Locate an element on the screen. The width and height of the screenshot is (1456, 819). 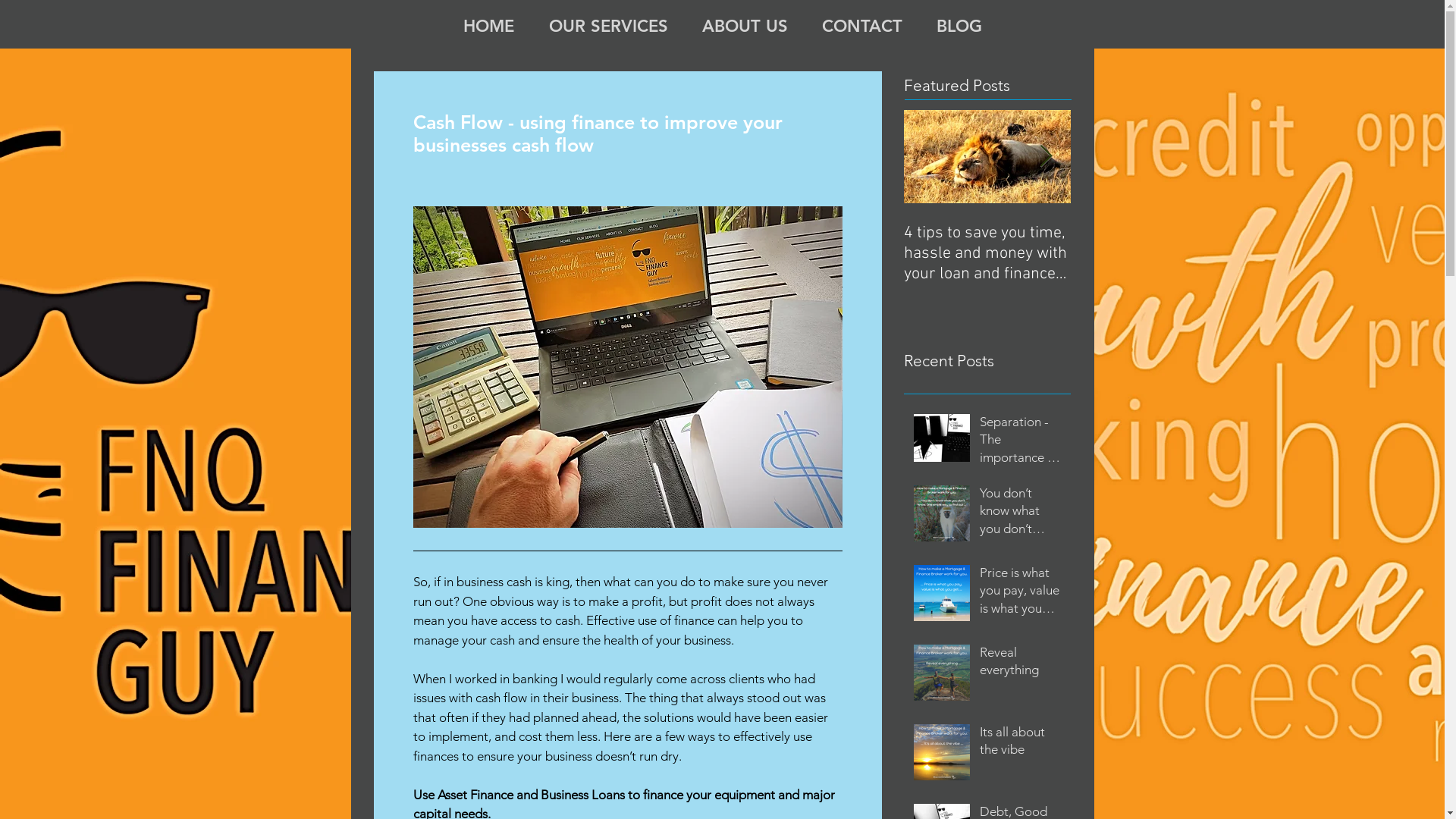
'OUR SERVICES' is located at coordinates (607, 24).